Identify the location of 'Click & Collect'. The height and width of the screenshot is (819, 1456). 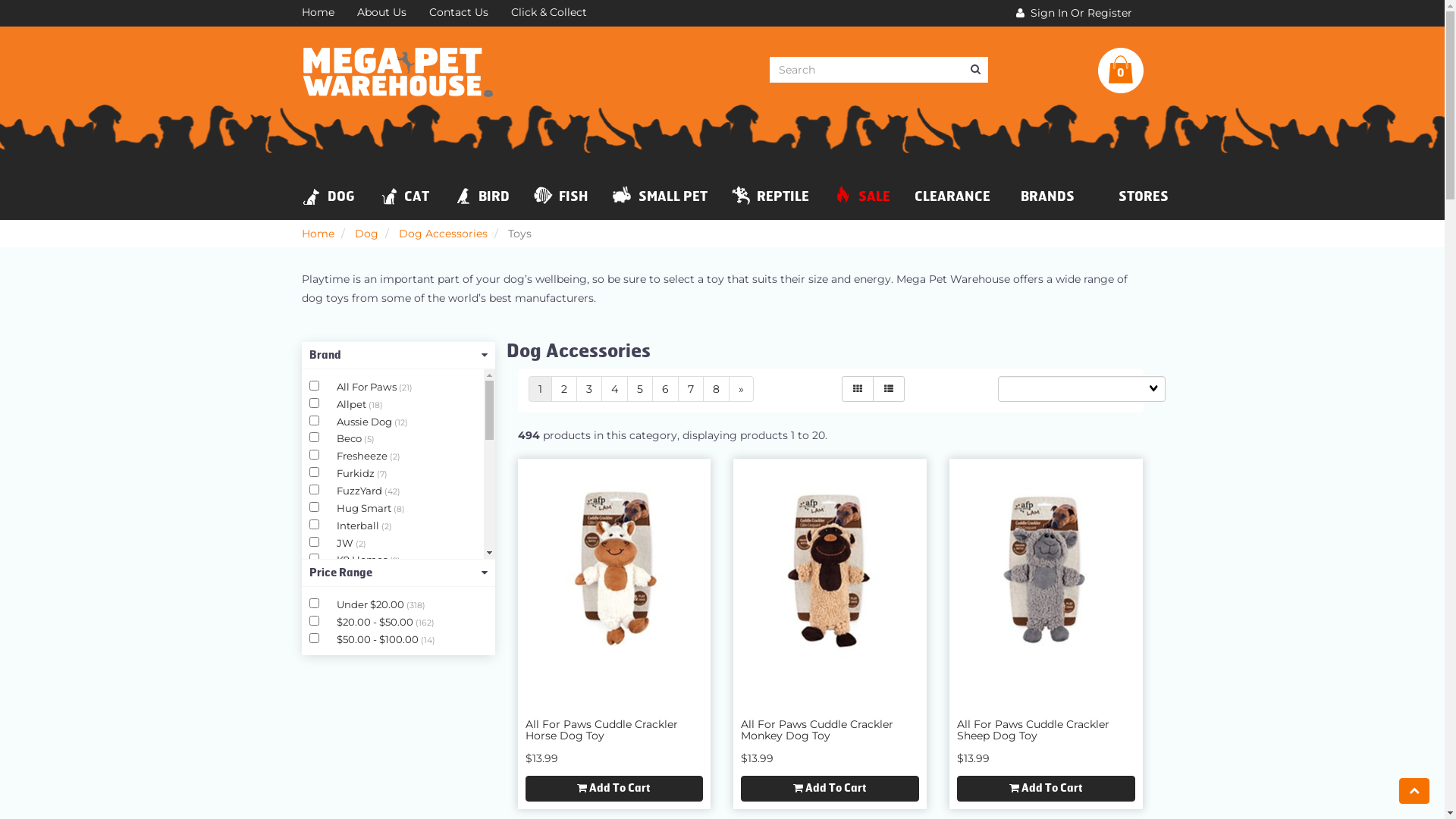
(548, 13).